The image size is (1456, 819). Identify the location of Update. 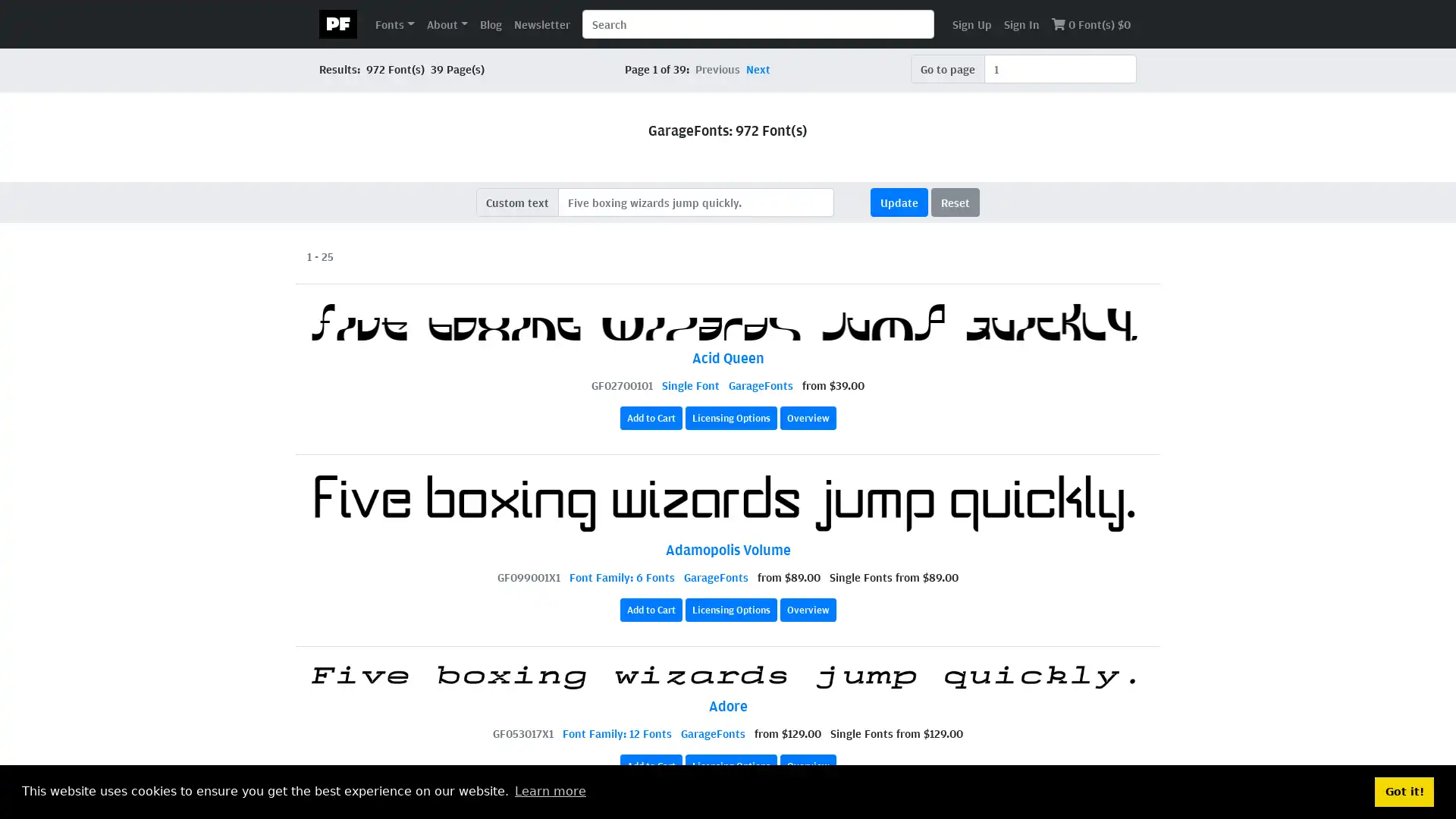
(899, 201).